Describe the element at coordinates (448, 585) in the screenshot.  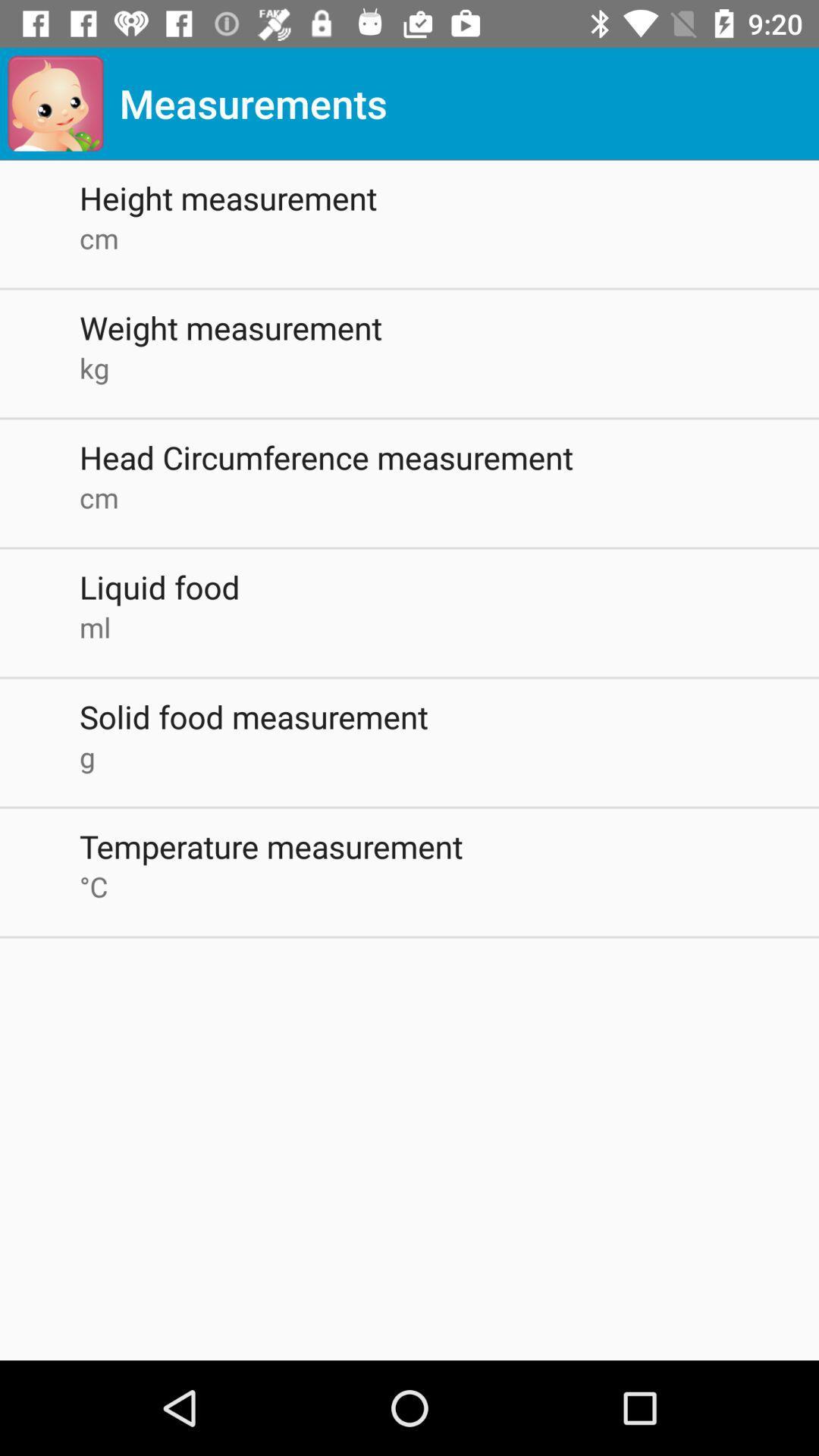
I see `item below the cm` at that location.